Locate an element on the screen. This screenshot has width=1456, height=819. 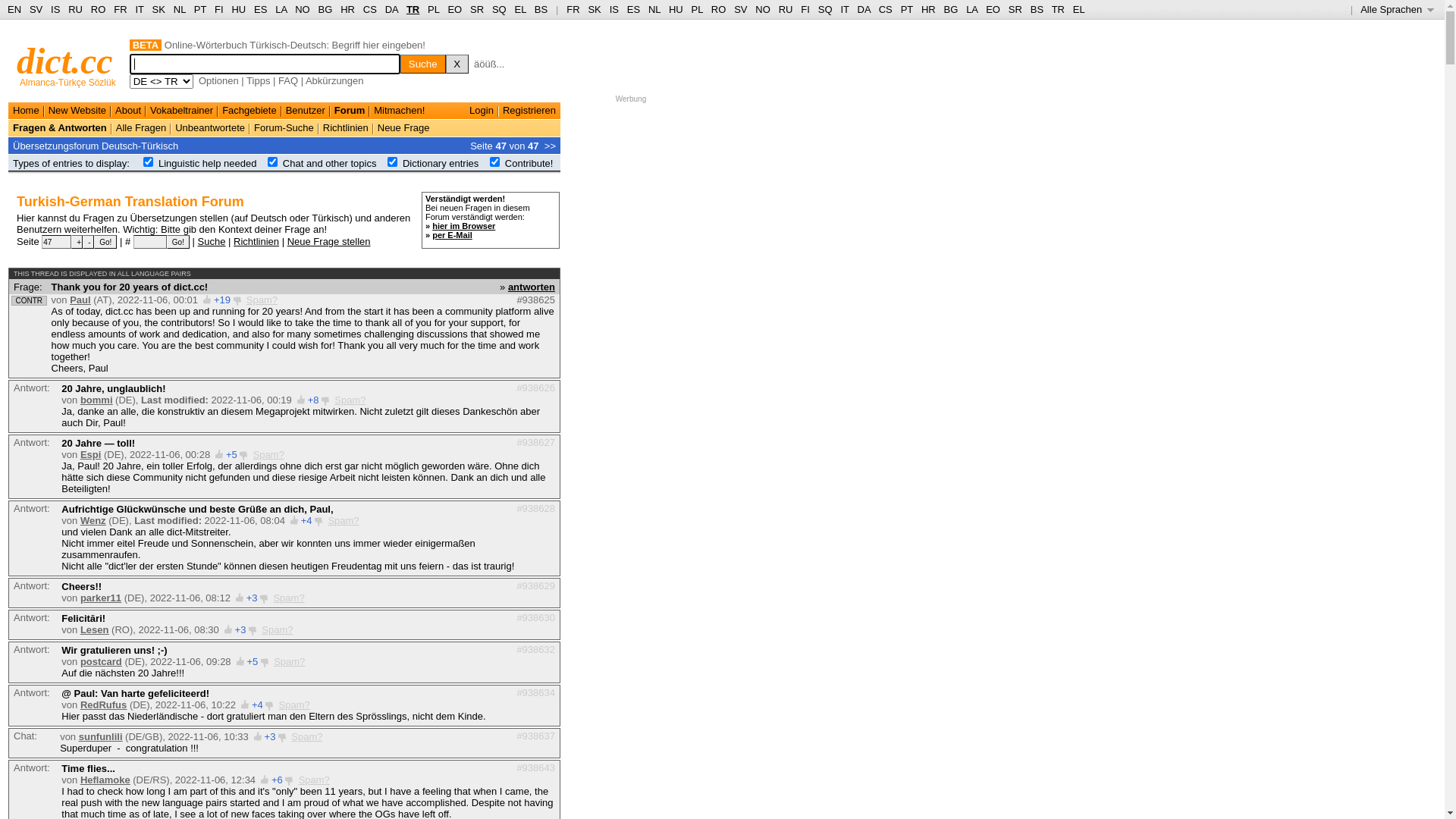
'SV' is located at coordinates (740, 9).